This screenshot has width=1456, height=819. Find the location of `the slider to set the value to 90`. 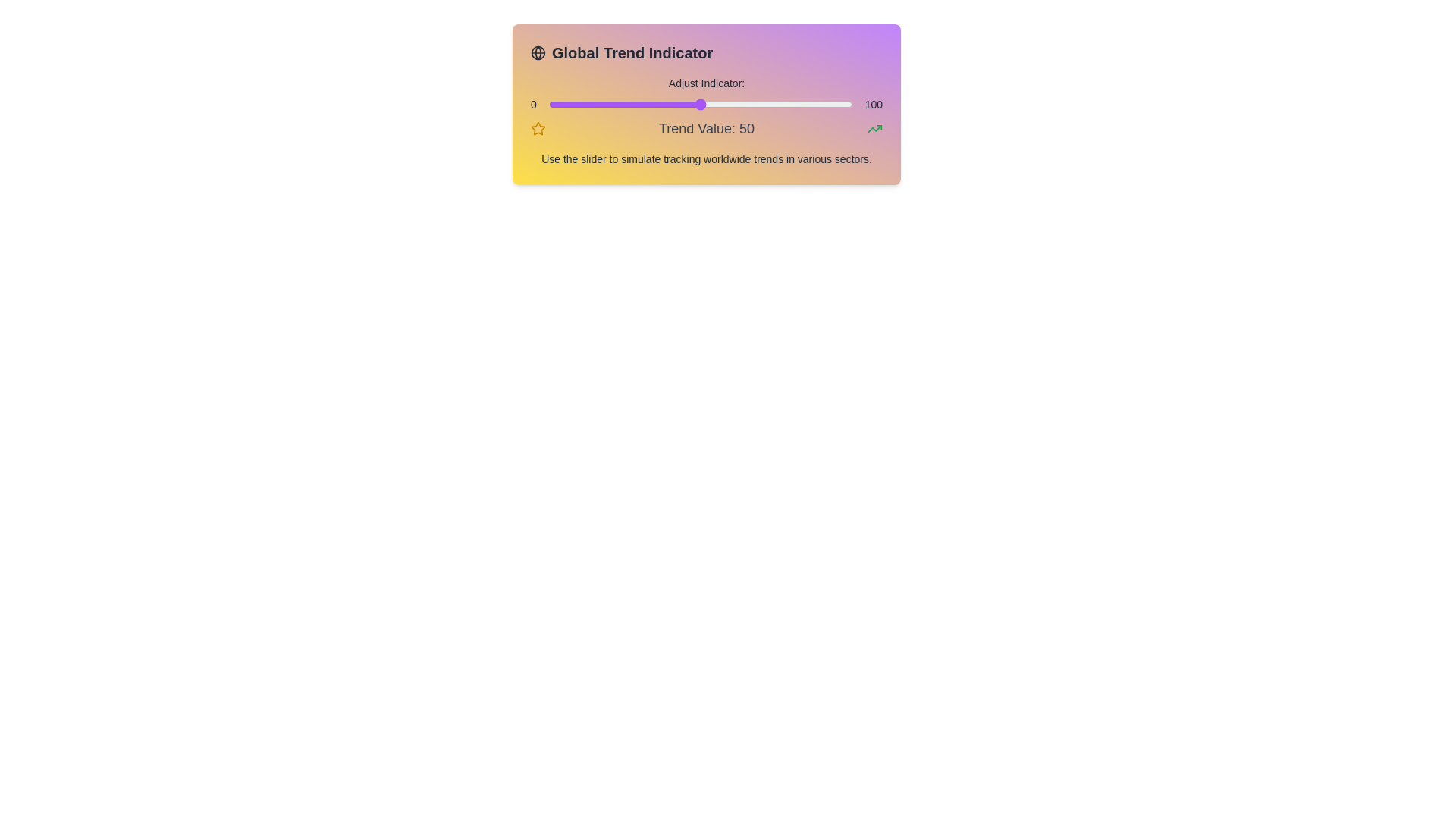

the slider to set the value to 90 is located at coordinates (821, 104).